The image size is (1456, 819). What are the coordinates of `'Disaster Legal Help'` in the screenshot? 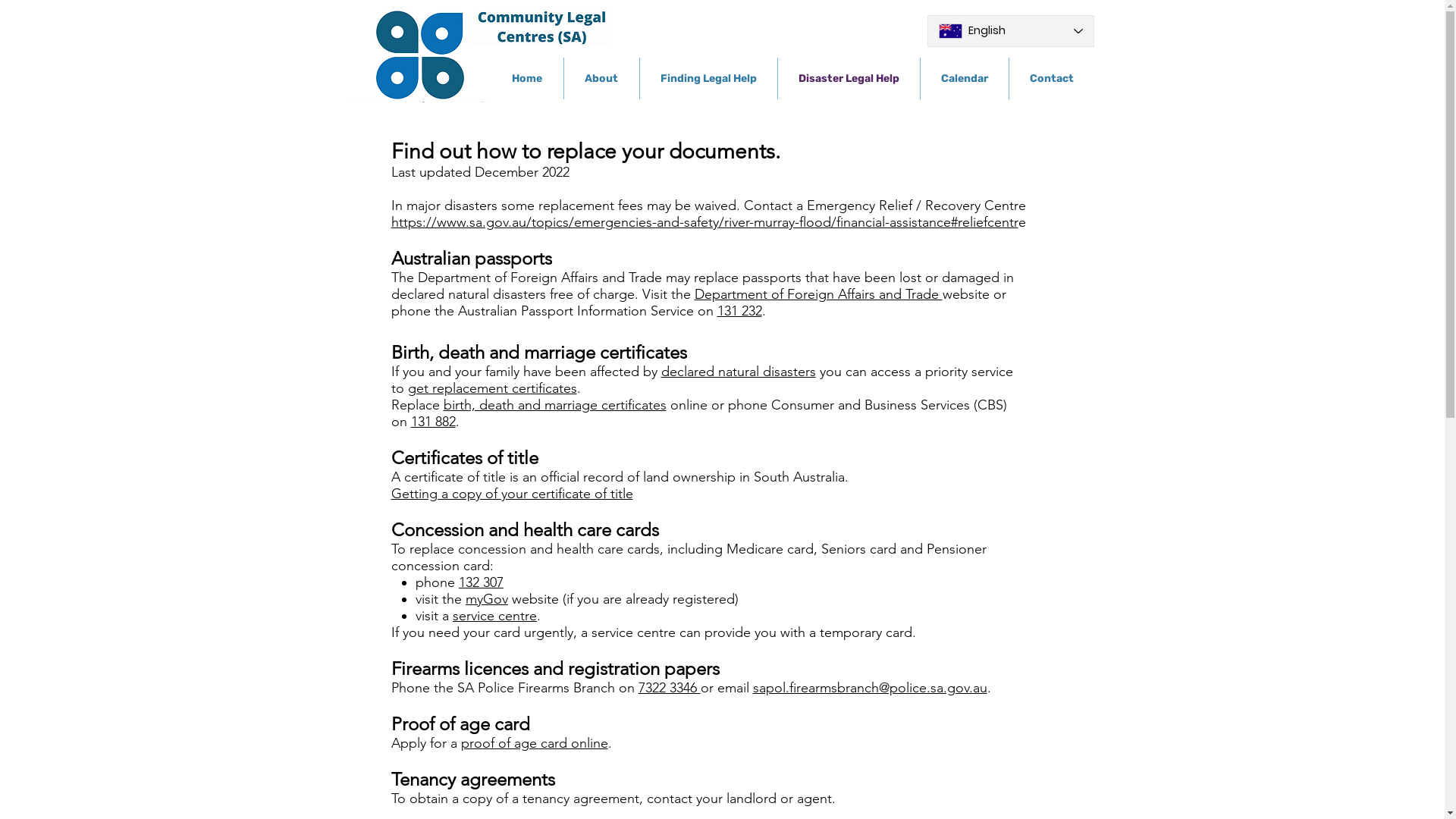 It's located at (778, 78).